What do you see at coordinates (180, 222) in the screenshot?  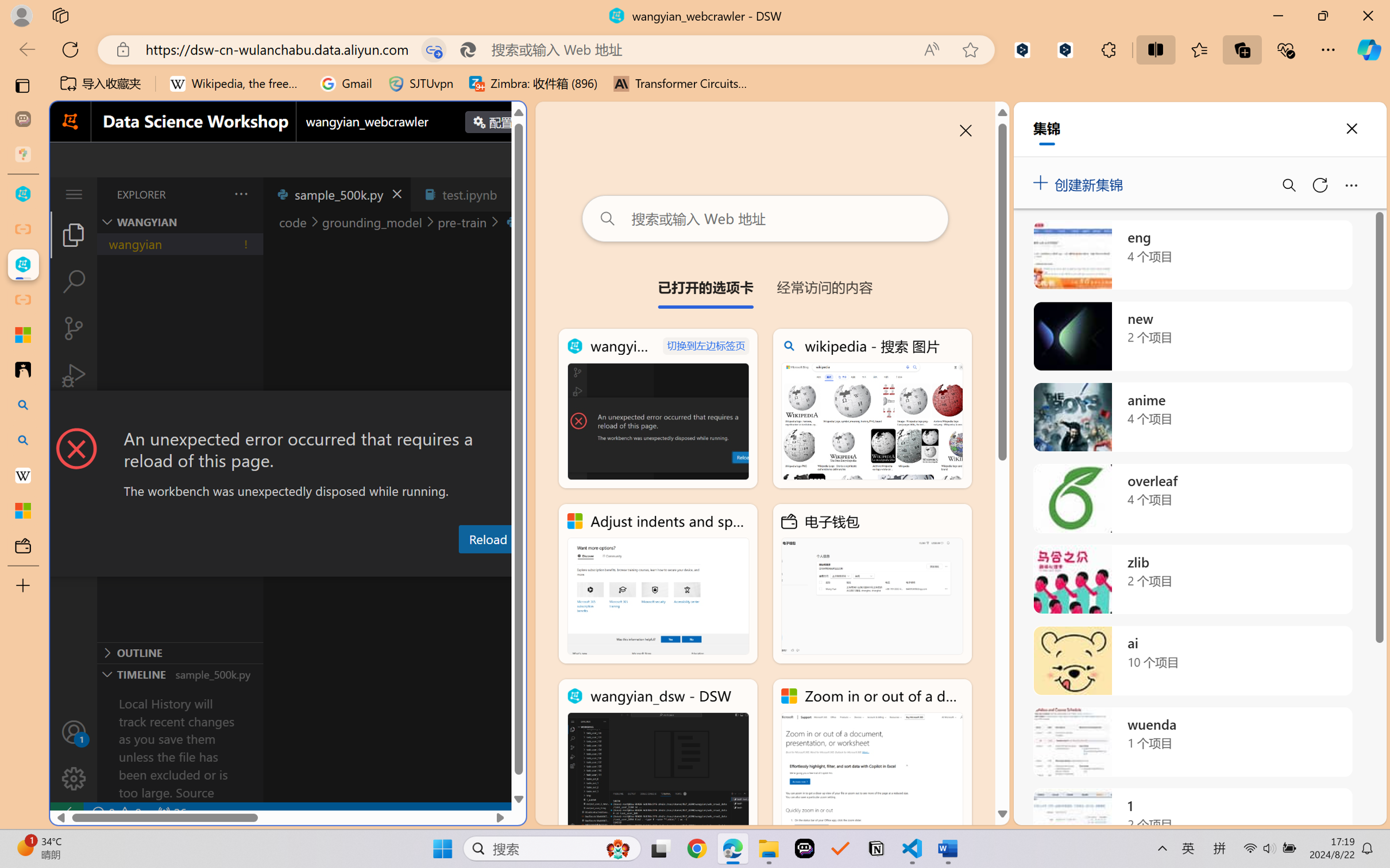 I see `'Explorer Section: wangyian'` at bounding box center [180, 222].